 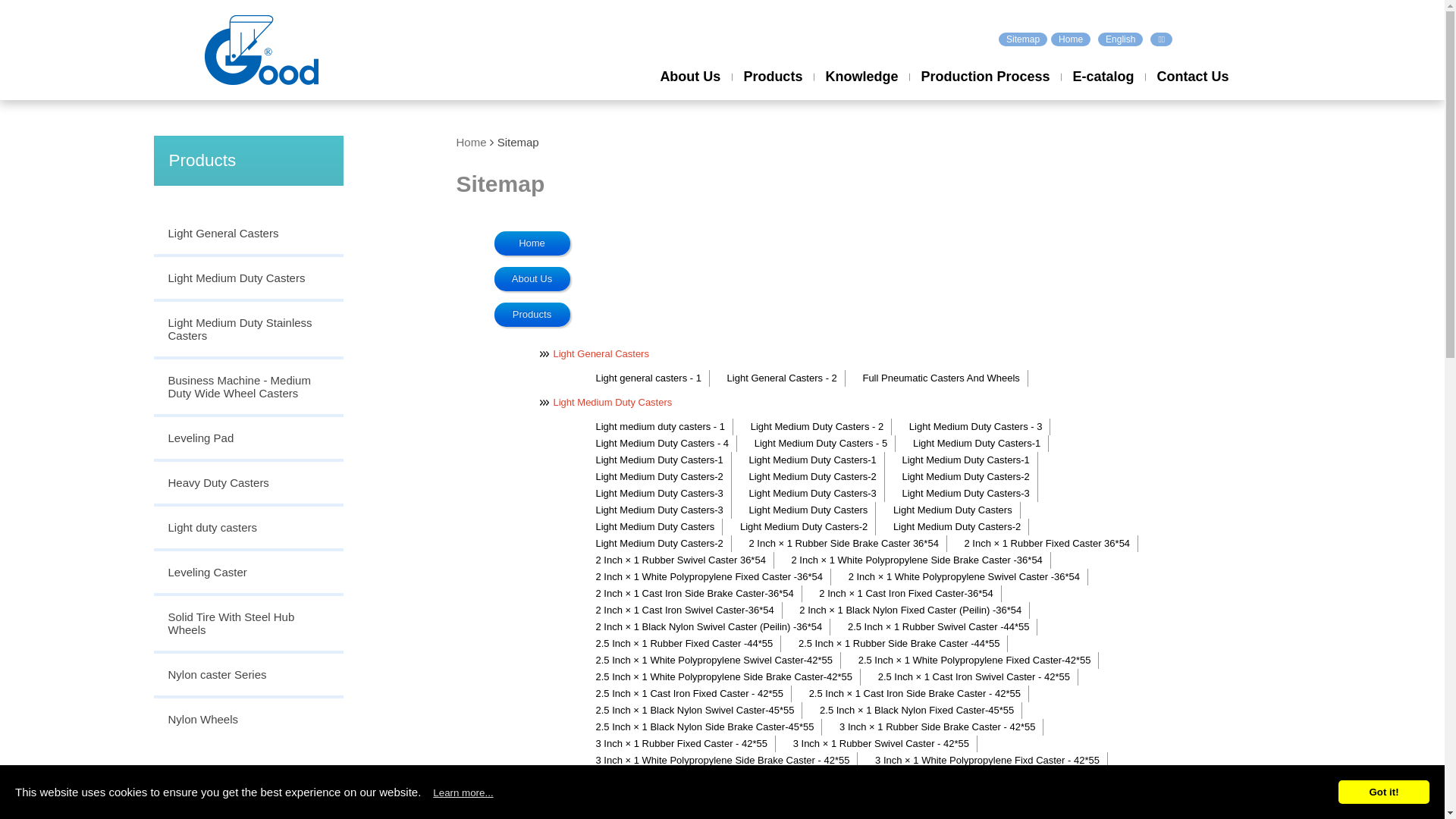 I want to click on 'Light duty casters', so click(x=152, y=528).